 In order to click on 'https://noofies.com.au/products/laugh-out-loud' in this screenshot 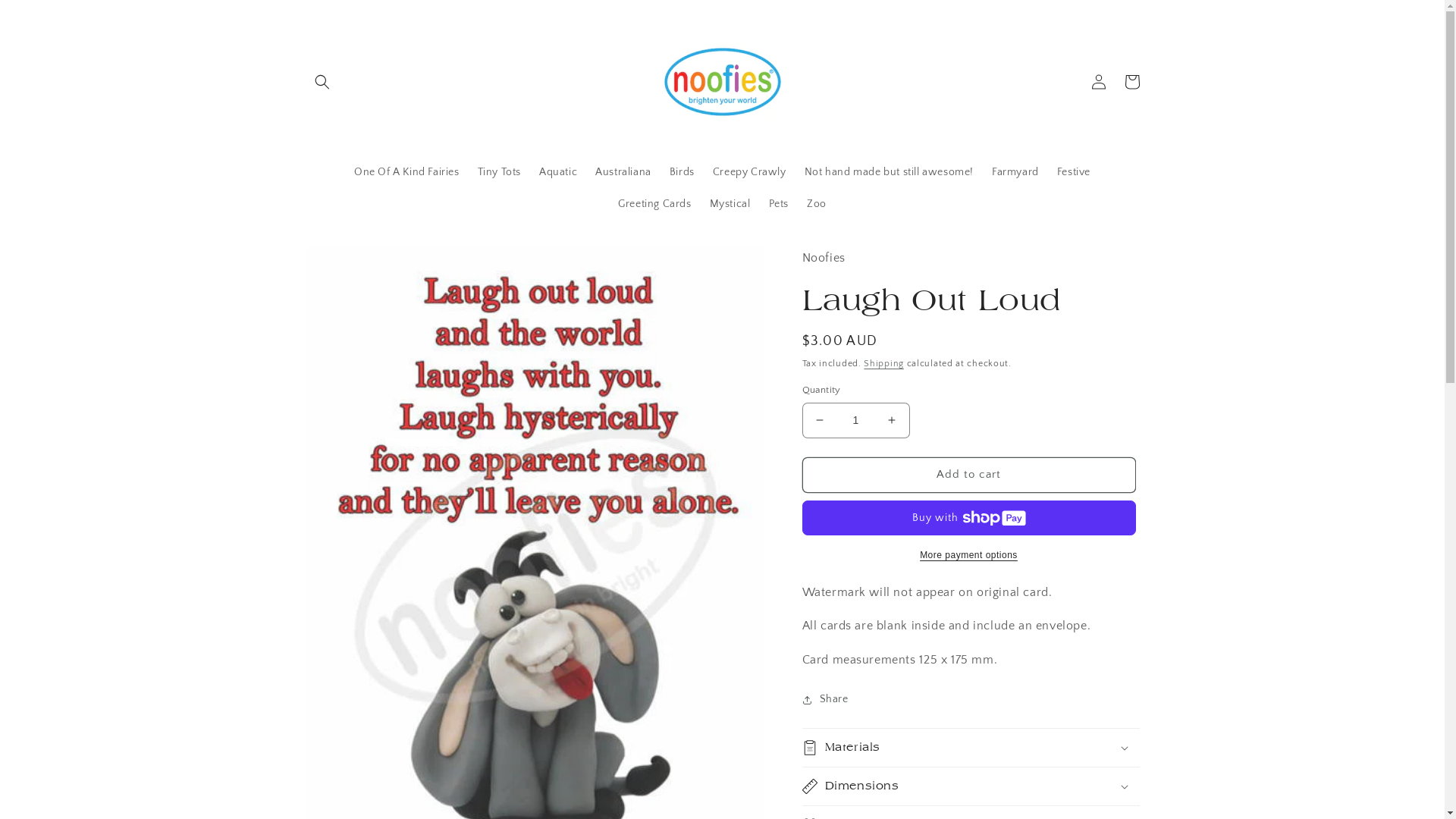, I will do `click(893, 748)`.